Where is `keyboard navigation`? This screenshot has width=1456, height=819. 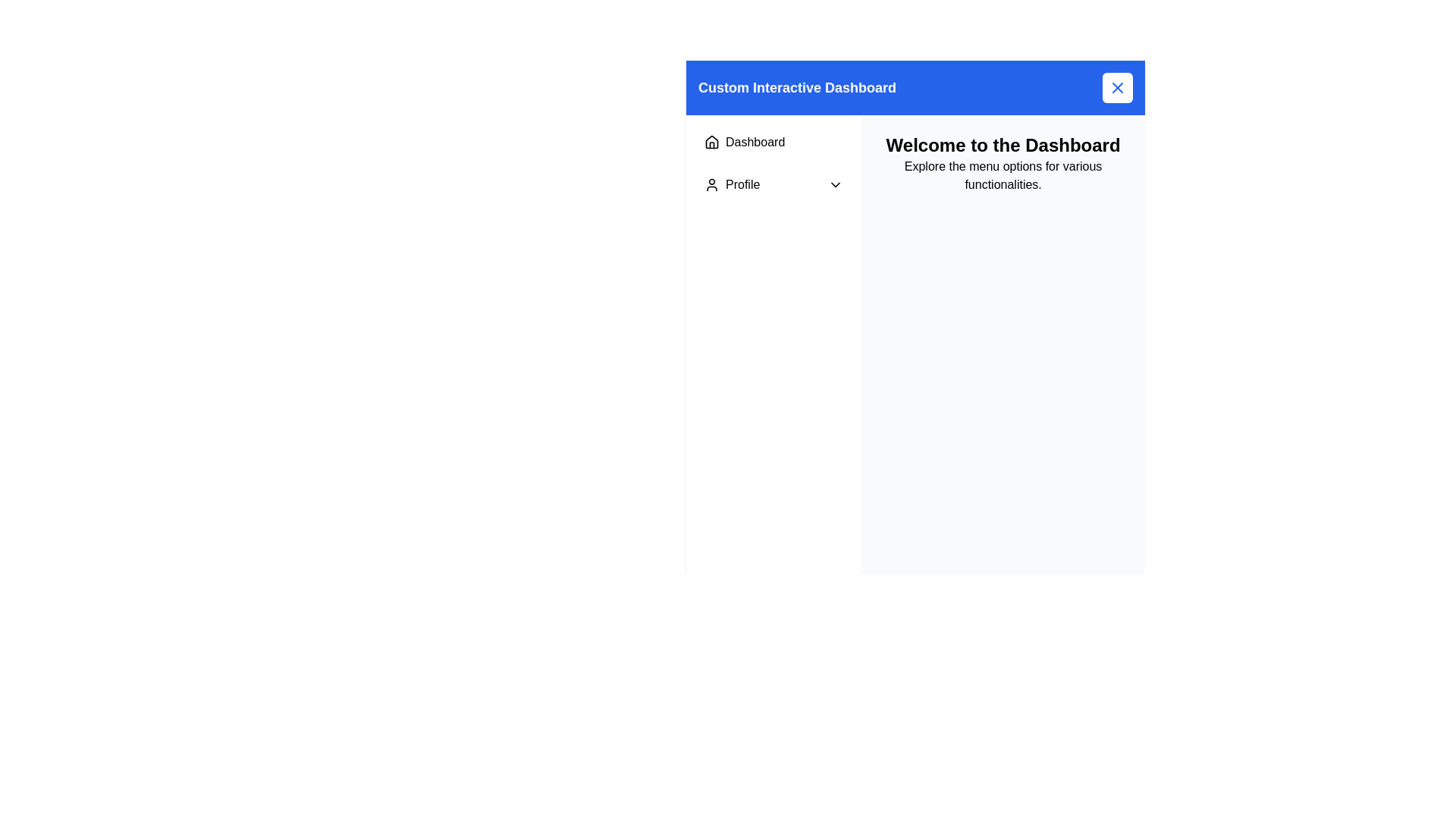 keyboard navigation is located at coordinates (773, 143).